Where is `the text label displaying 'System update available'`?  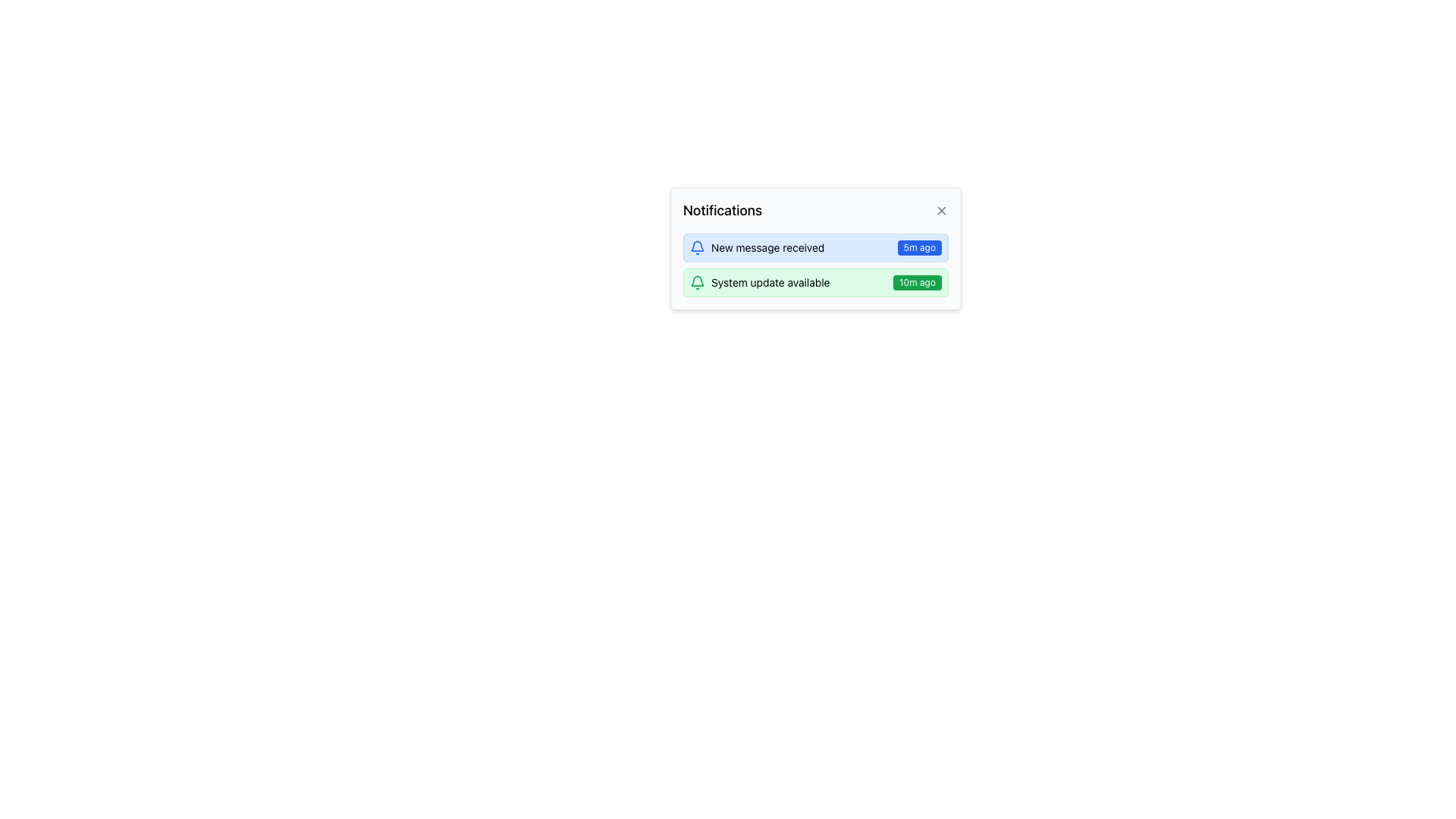 the text label displaying 'System update available' is located at coordinates (770, 283).